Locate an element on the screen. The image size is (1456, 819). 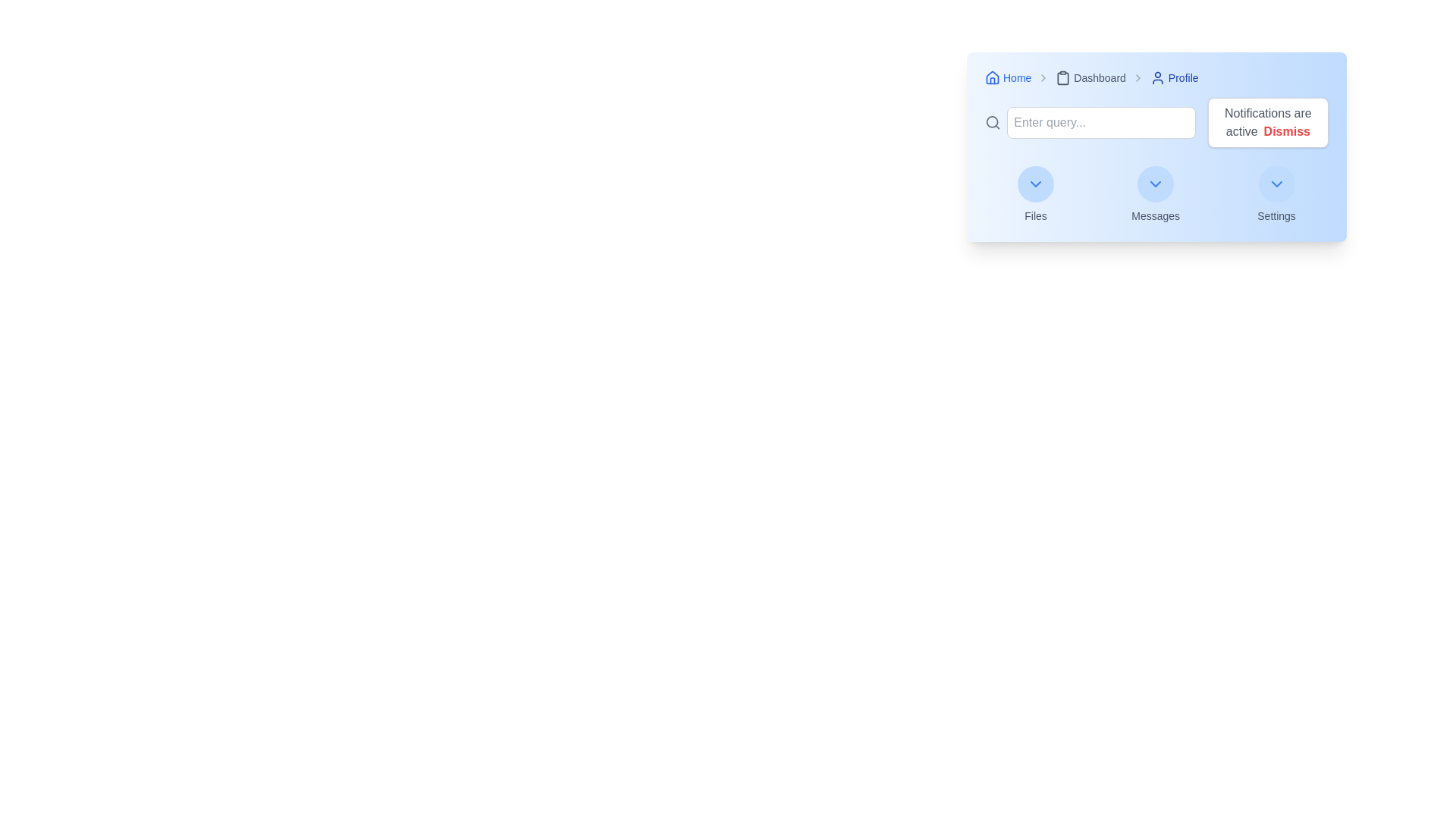
the 'Home' icon located in the top navigation bar, positioned to the left of the 'Home' text is located at coordinates (993, 78).